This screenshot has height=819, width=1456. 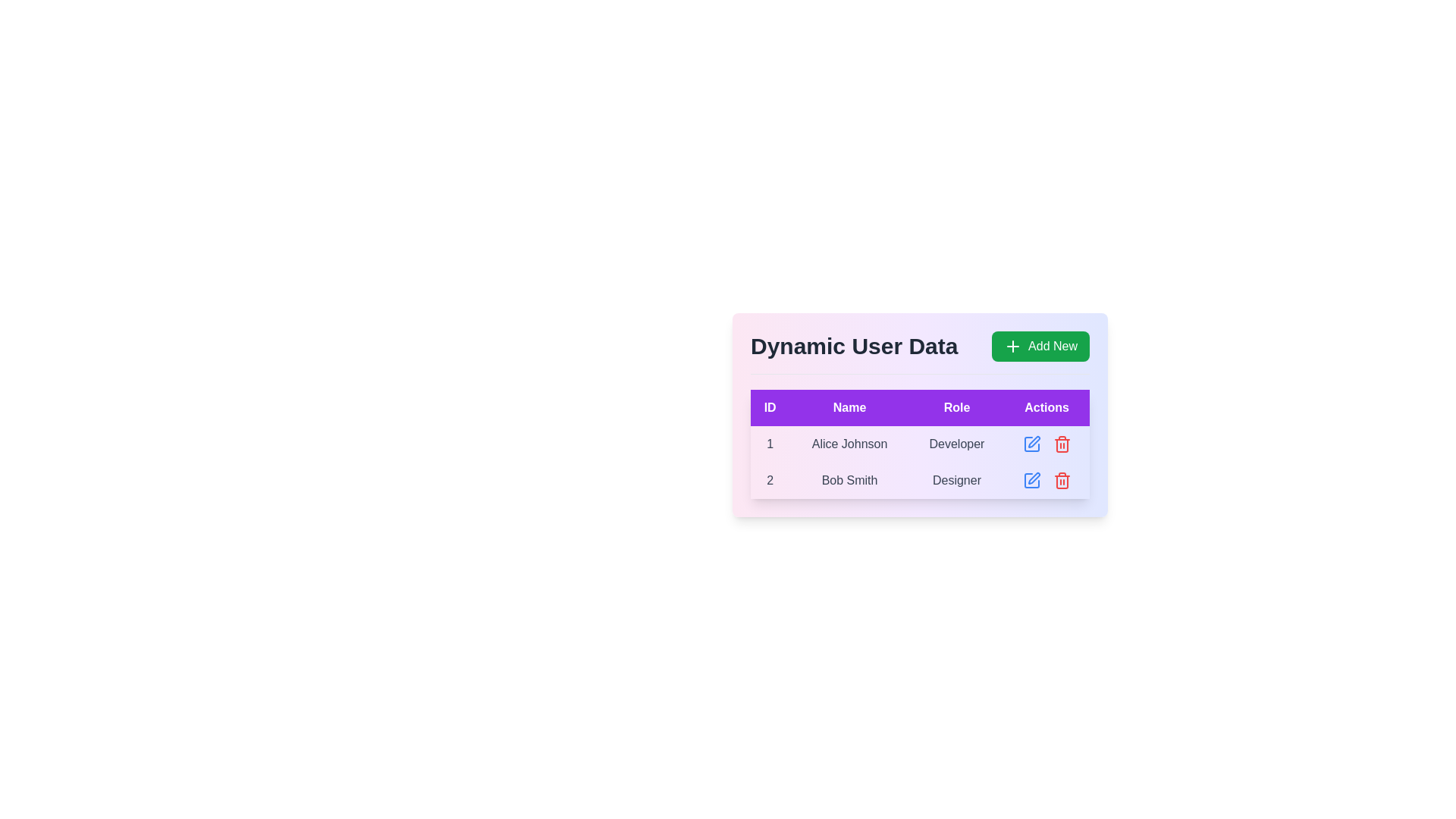 I want to click on the first row of the data table displaying details for 'Alice Johnson', including her ID '1' and title 'Developer', so click(x=919, y=444).